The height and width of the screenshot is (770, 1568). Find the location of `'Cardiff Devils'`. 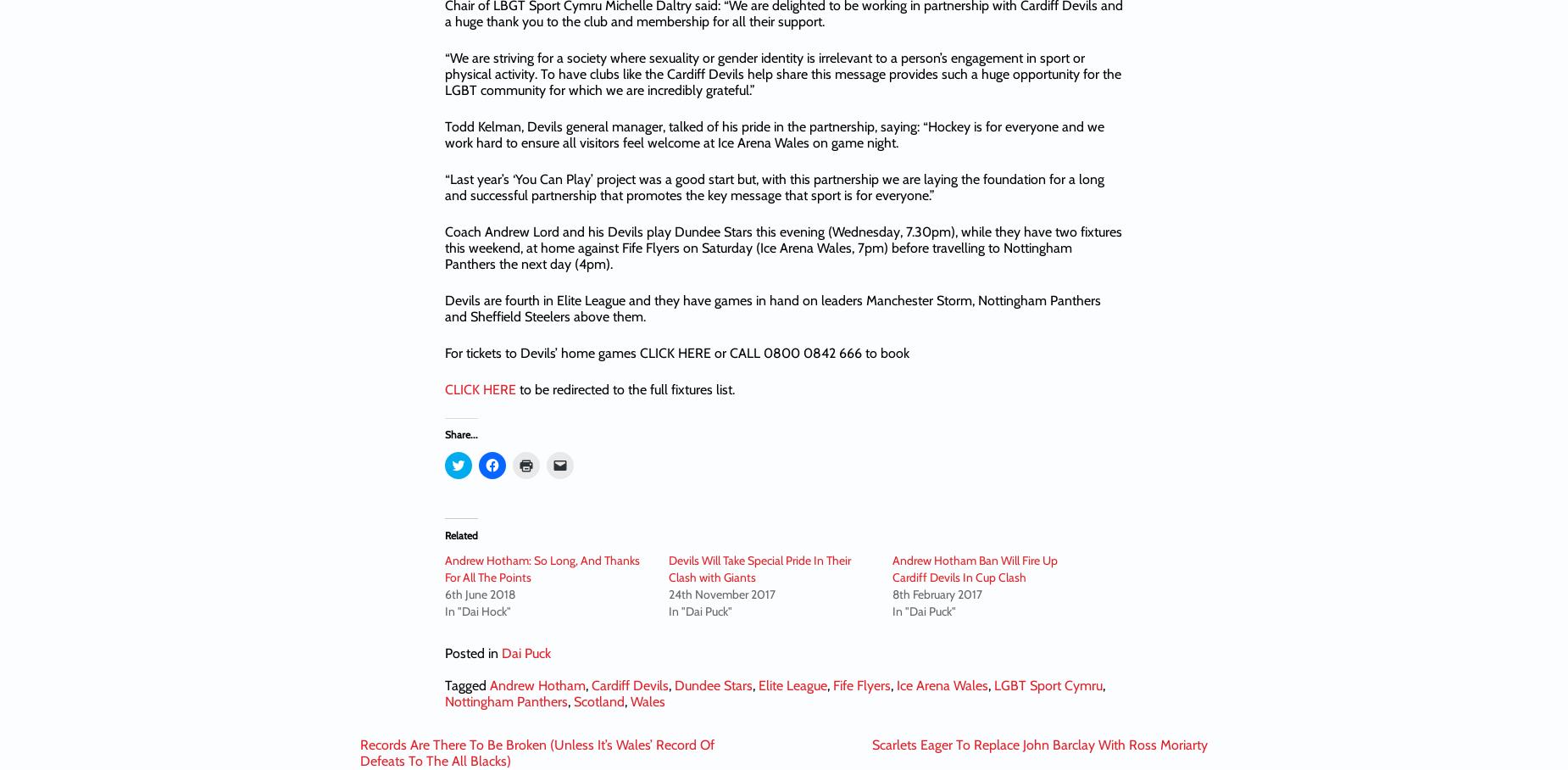

'Cardiff Devils' is located at coordinates (630, 684).